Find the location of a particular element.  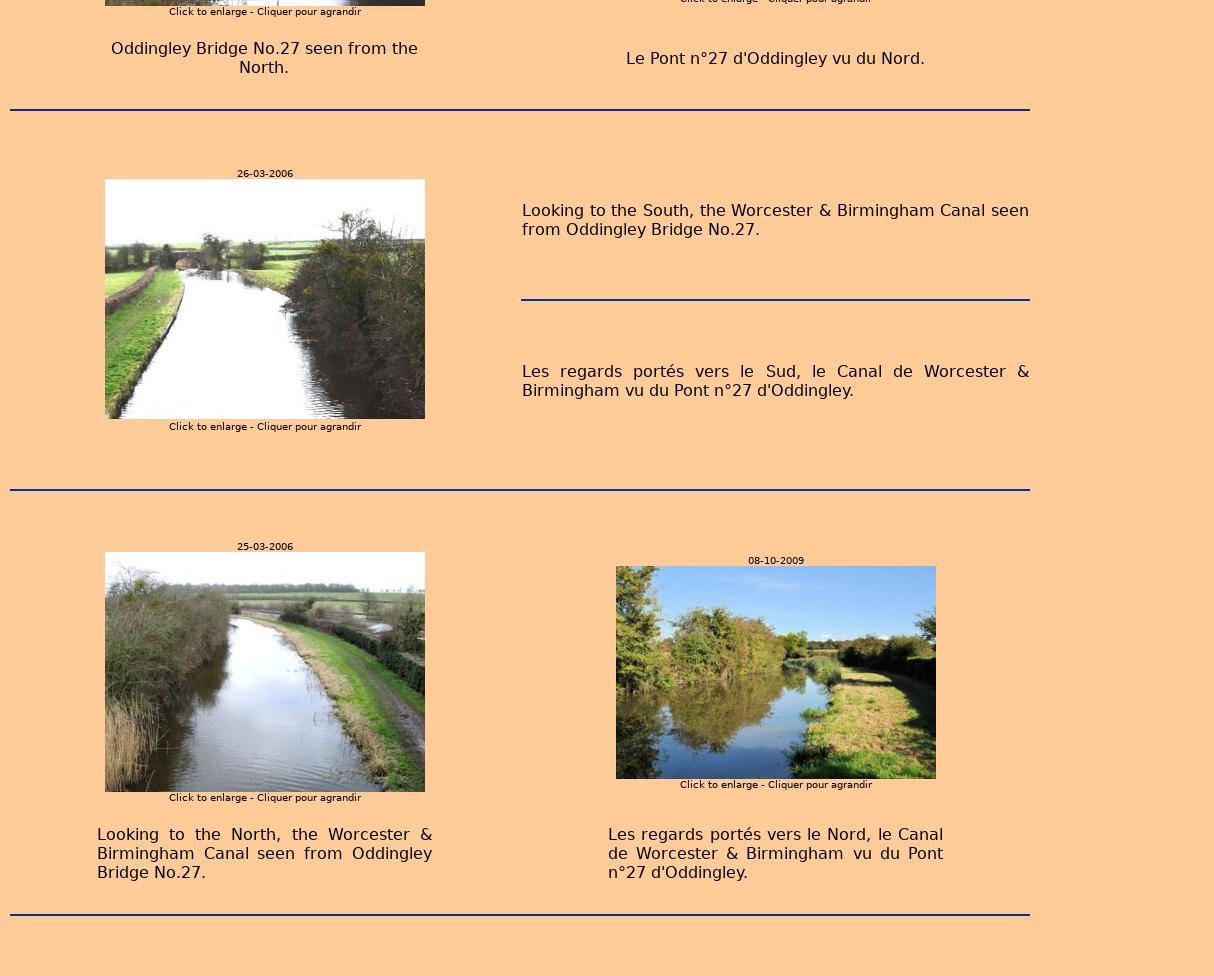

'Les regards portés vers le Sud, le Canal de Worcester & Birmingham vu du Pont n°27 d'Oddingley.' is located at coordinates (774, 378).